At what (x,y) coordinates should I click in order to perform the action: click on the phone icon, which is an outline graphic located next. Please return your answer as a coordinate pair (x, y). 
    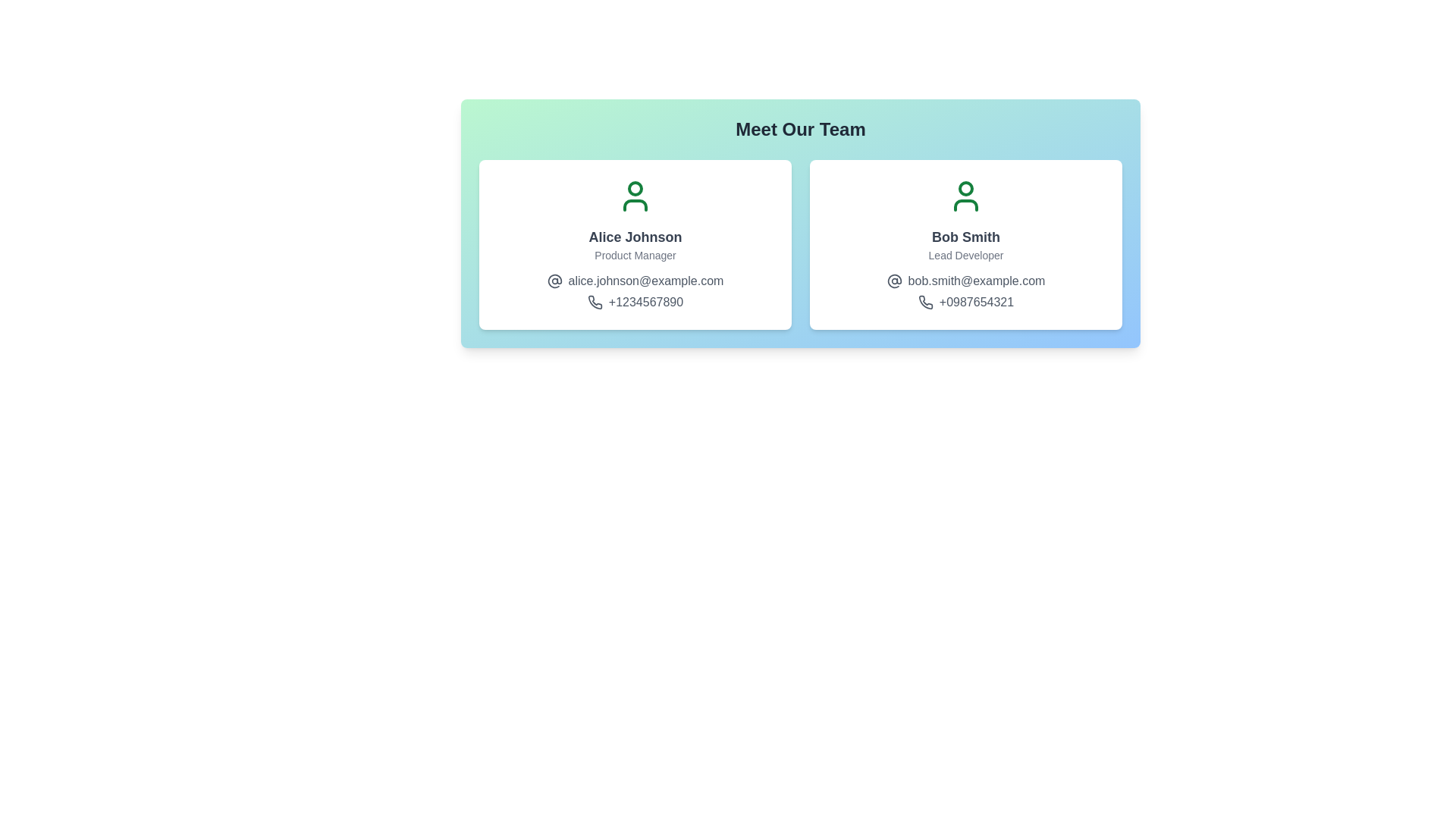
    Looking at the image, I should click on (924, 302).